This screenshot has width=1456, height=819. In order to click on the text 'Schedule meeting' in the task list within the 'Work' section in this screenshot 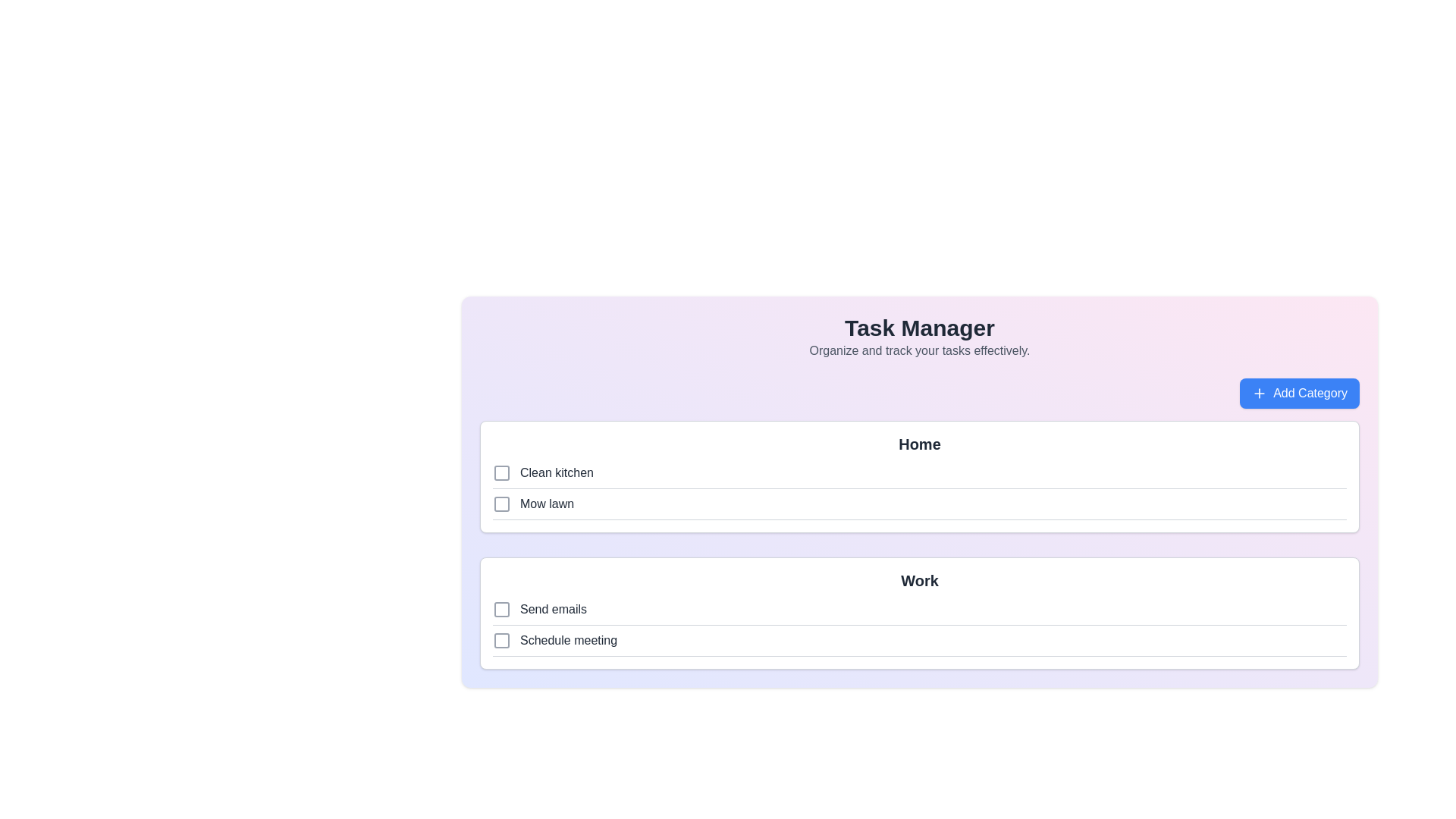, I will do `click(568, 640)`.